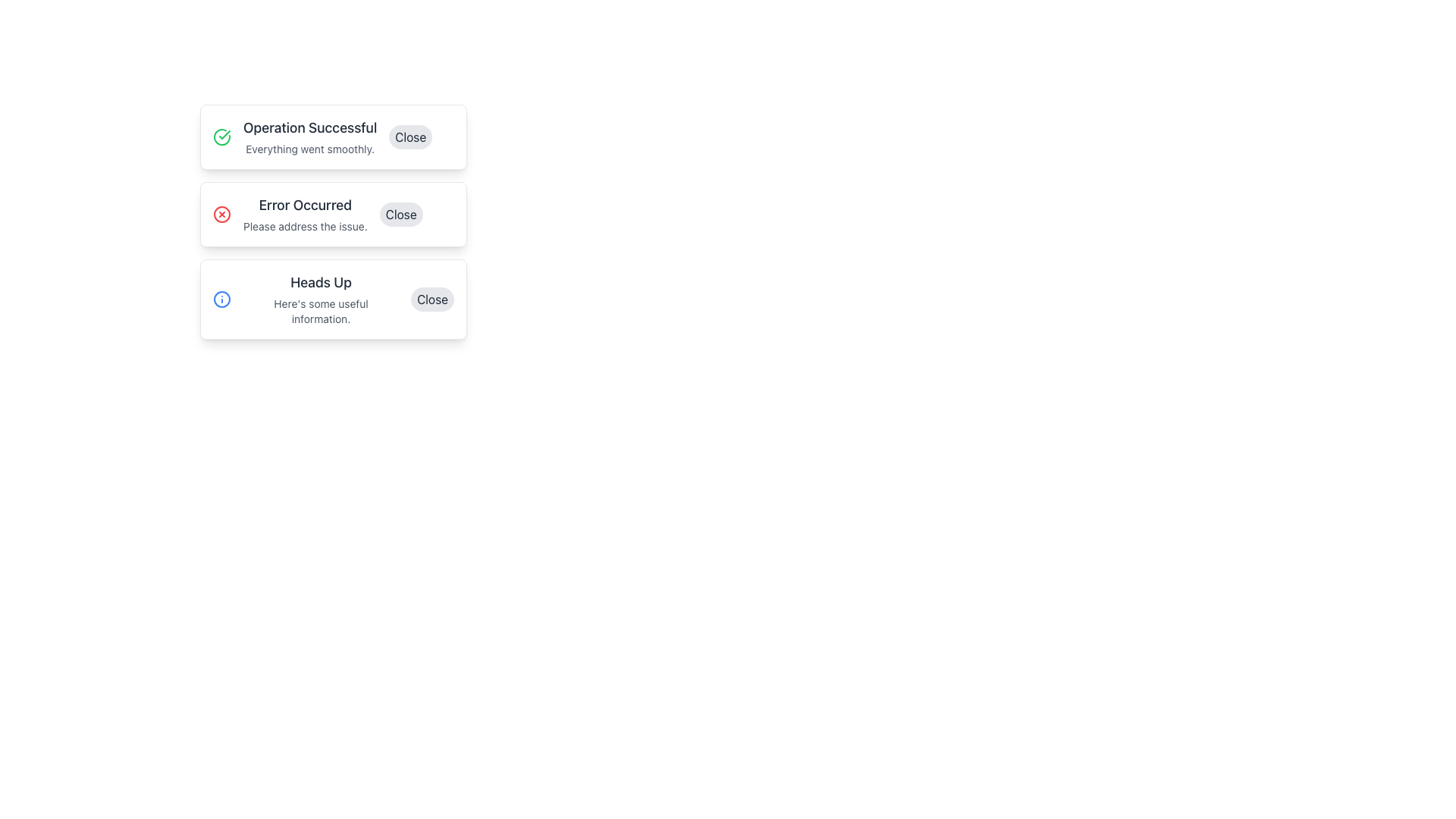 Image resolution: width=1456 pixels, height=819 pixels. What do you see at coordinates (333, 299) in the screenshot?
I see `title 'Heads Up' and subtext 'Here's some useful information.' from the Notification card with a dismiss button, which is the third card in a vertical stack of notifications` at bounding box center [333, 299].